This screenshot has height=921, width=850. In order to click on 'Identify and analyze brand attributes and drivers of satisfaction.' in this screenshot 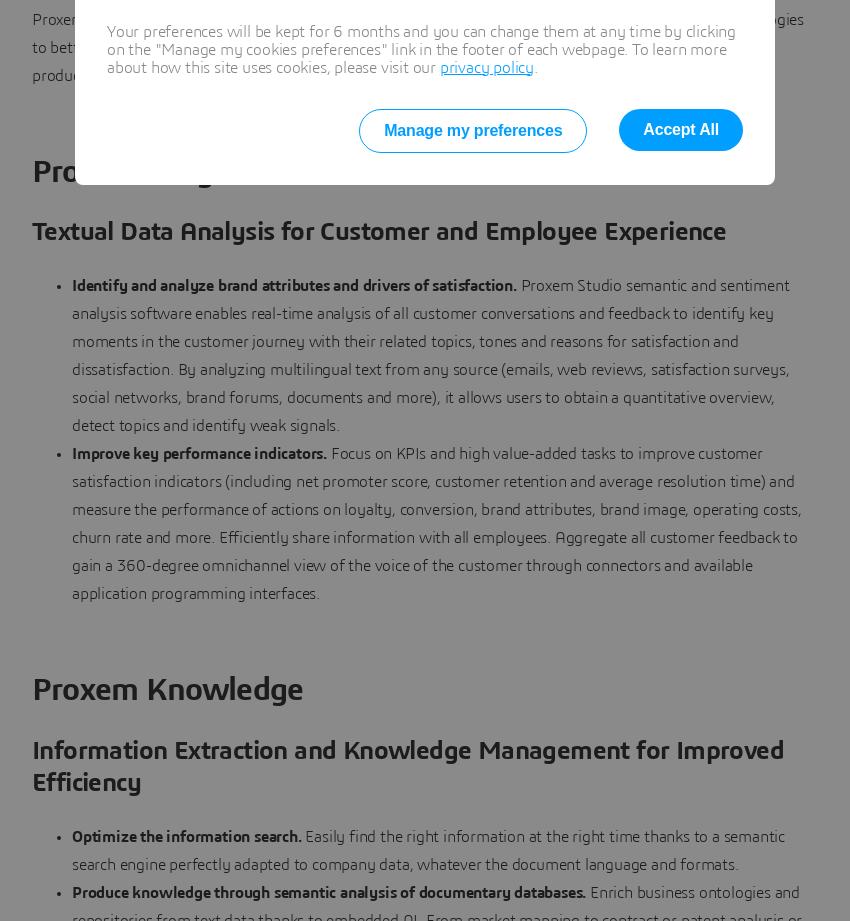, I will do `click(294, 284)`.